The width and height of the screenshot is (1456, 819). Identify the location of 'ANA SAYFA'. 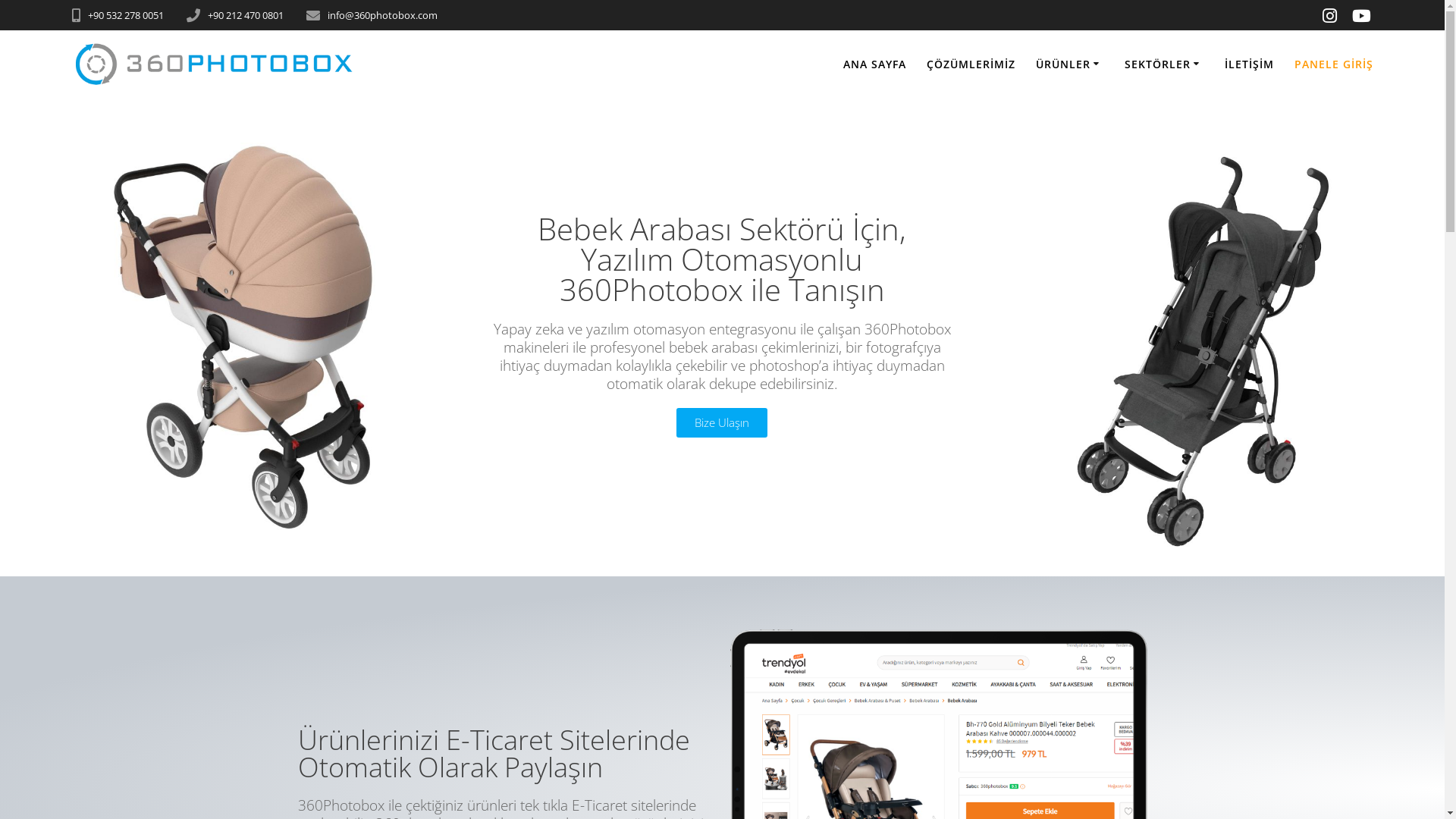
(874, 63).